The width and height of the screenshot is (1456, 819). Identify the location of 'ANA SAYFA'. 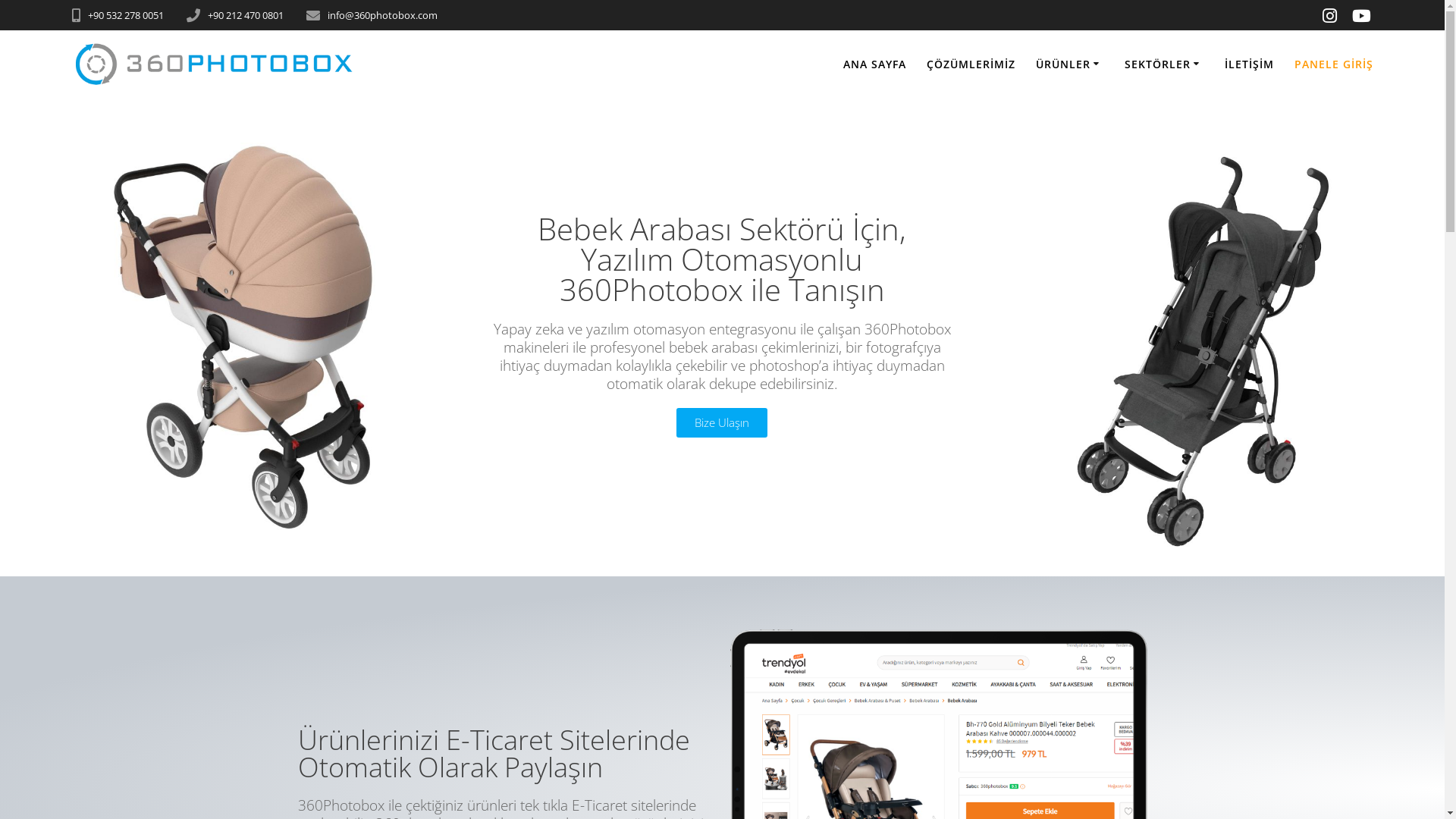
(874, 63).